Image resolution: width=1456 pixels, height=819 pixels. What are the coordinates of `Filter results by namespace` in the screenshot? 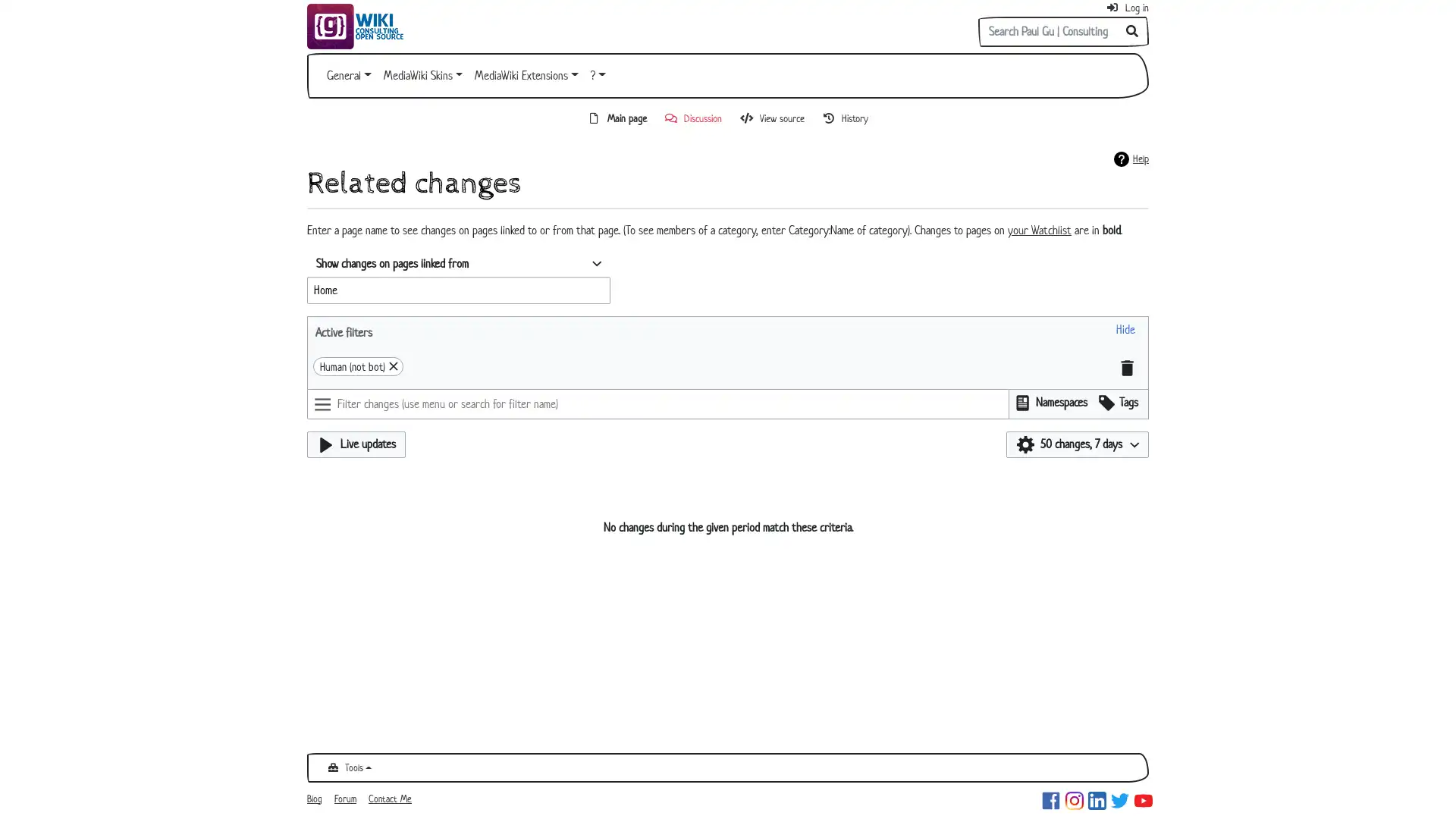 It's located at (1050, 402).